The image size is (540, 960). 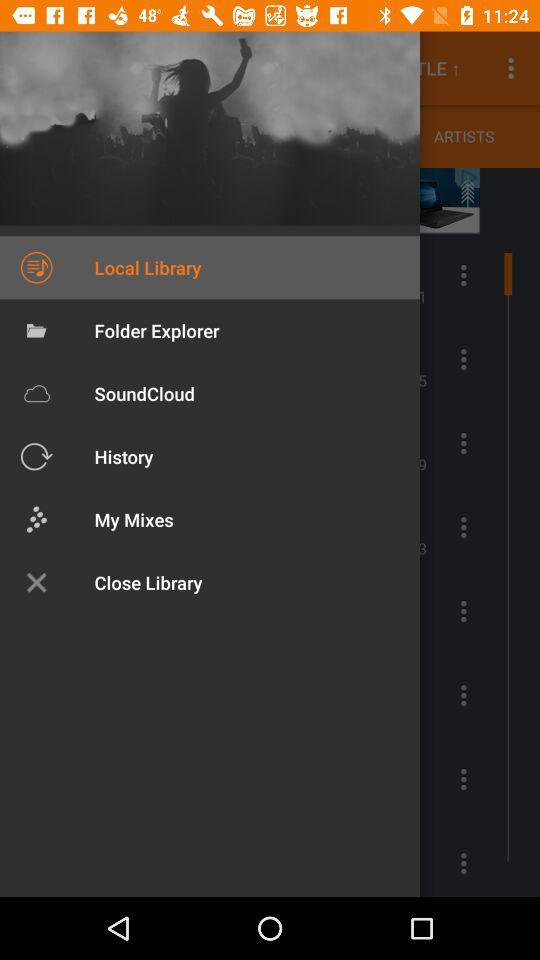 What do you see at coordinates (463, 359) in the screenshot?
I see `the more icon` at bounding box center [463, 359].